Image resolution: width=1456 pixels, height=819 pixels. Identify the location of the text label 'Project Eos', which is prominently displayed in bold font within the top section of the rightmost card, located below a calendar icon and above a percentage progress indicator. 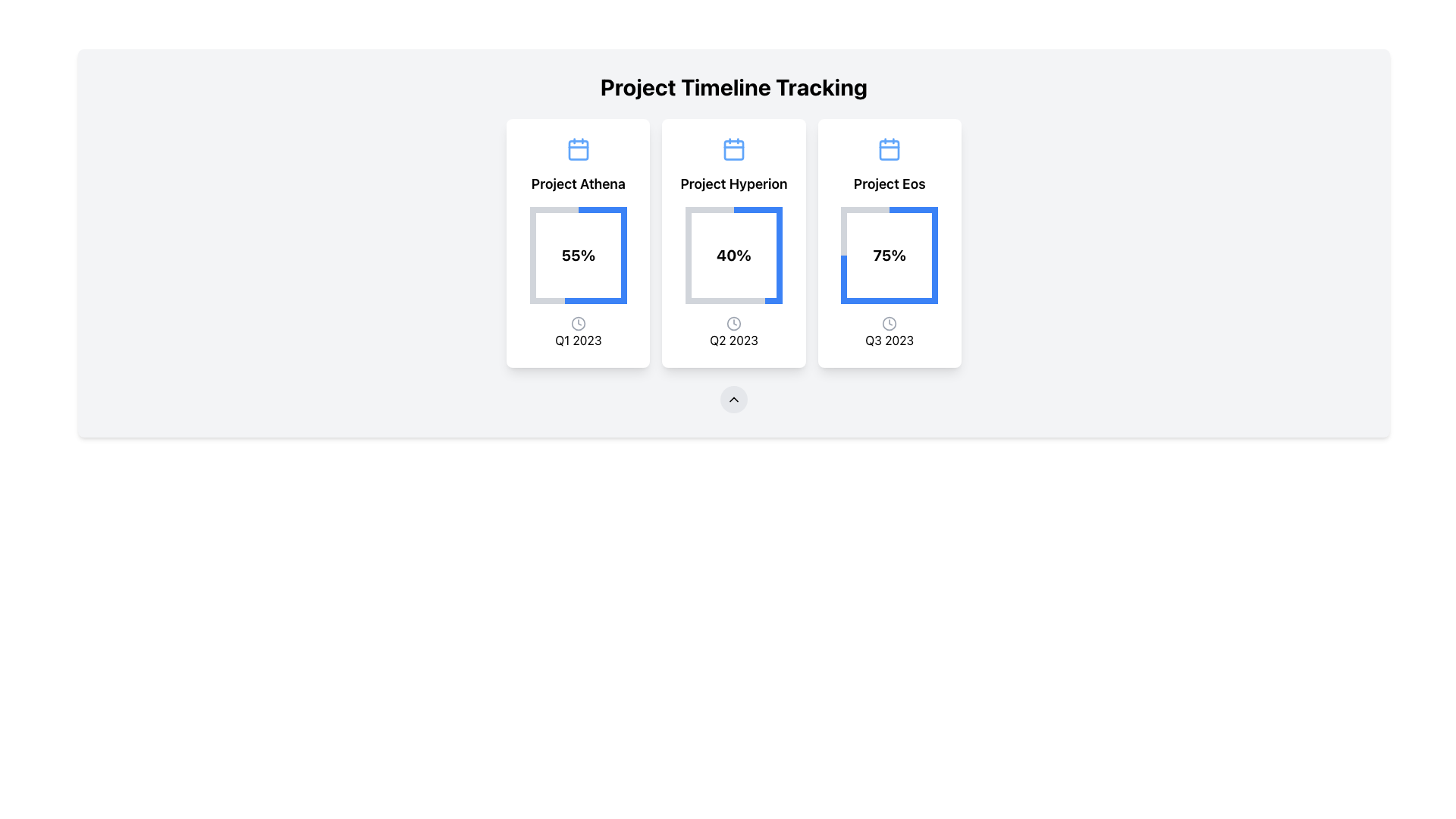
(890, 184).